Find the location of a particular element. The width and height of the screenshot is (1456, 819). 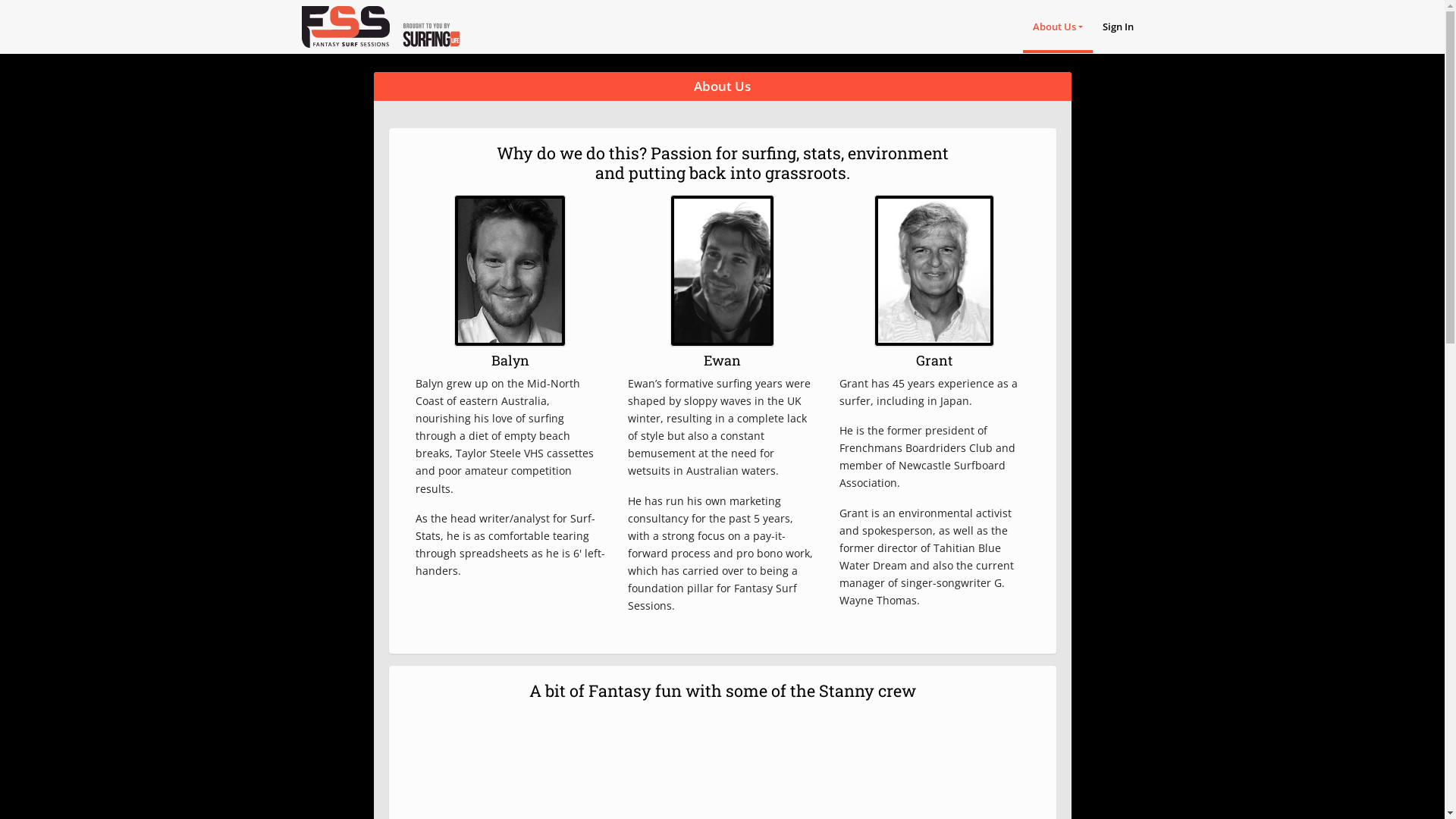

'About Us' is located at coordinates (1057, 26).